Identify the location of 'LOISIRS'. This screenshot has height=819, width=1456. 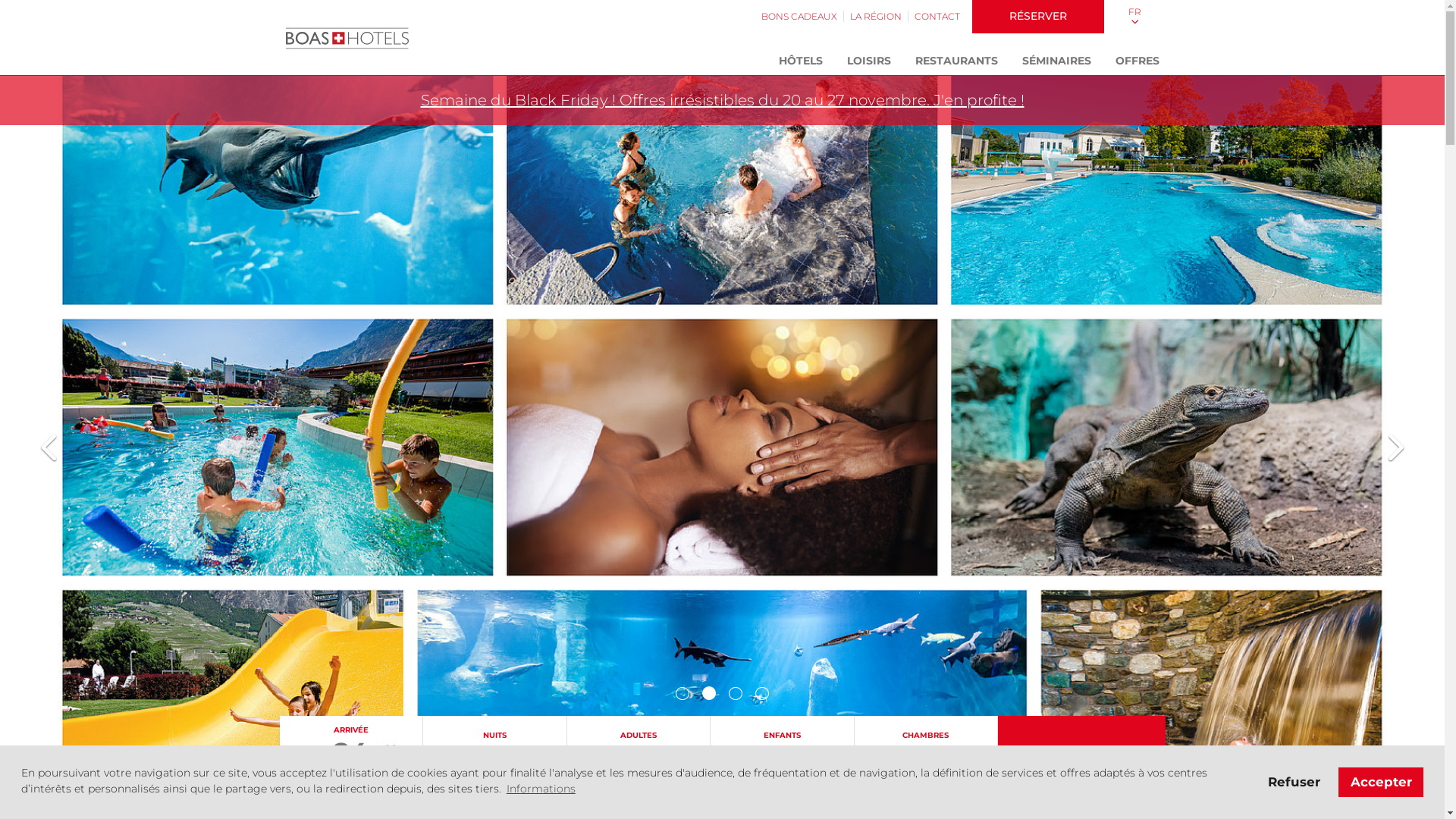
(868, 61).